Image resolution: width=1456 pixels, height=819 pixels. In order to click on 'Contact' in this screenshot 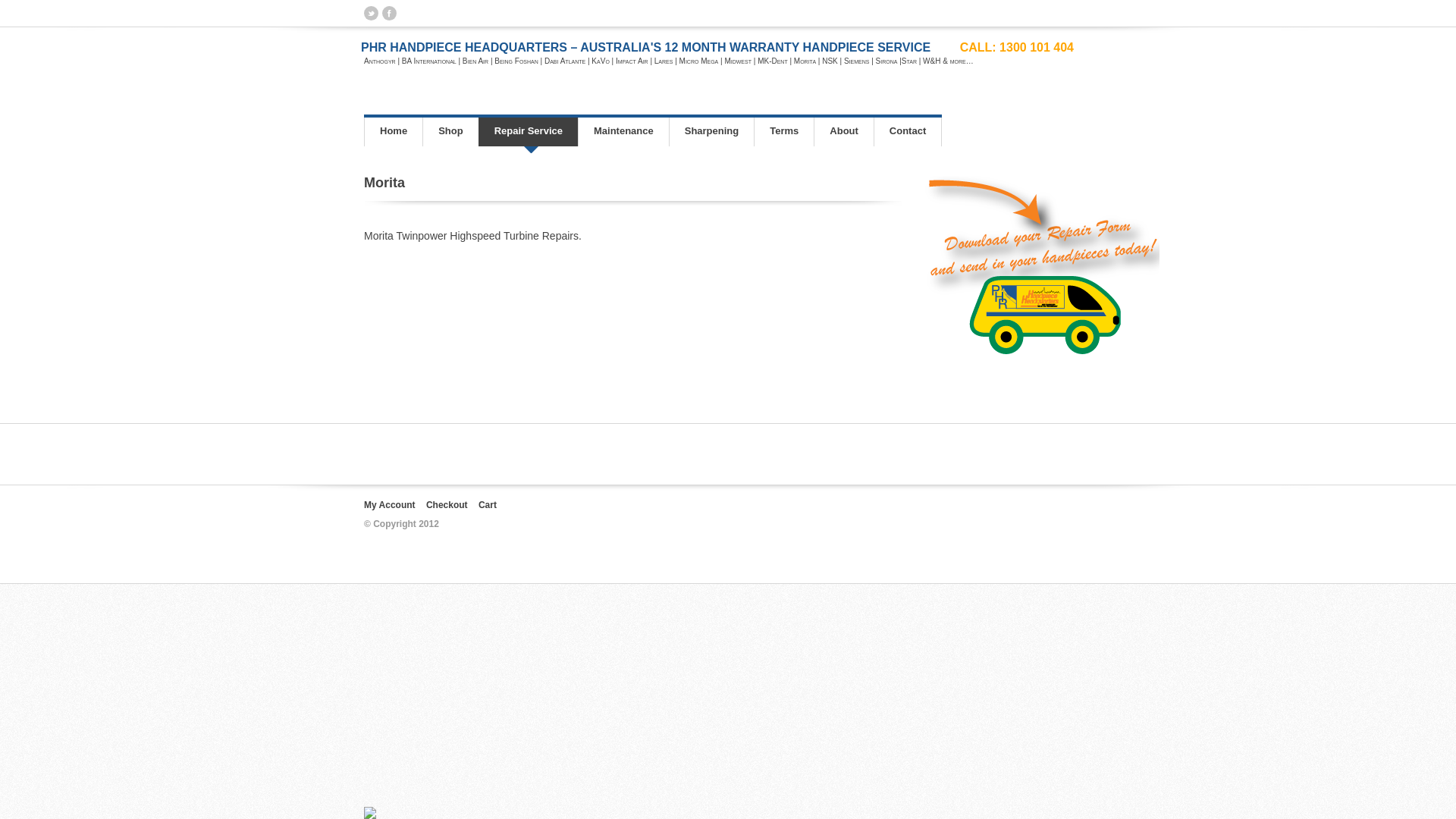, I will do `click(907, 130)`.